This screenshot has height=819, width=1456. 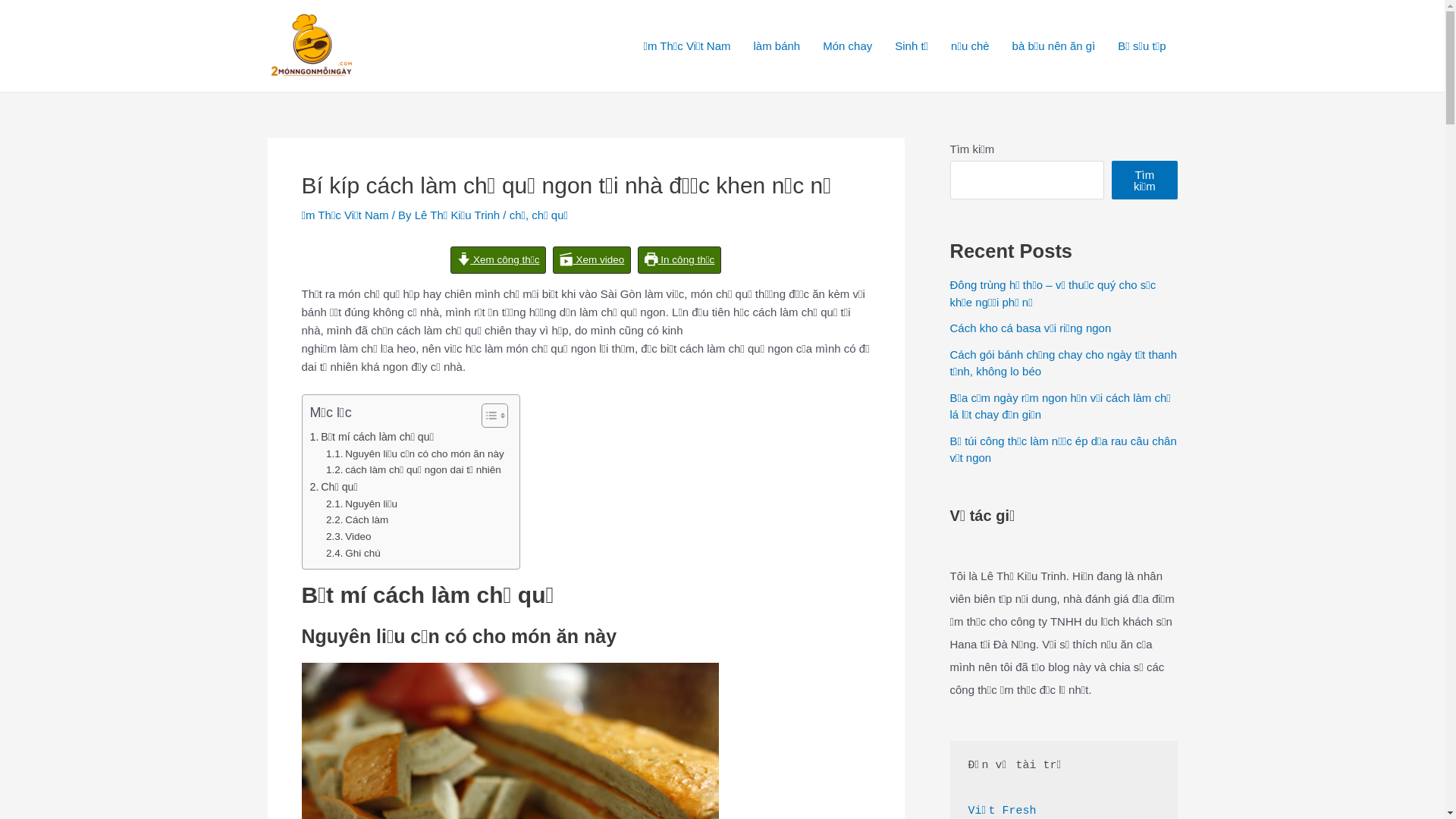 What do you see at coordinates (348, 536) in the screenshot?
I see `'Video'` at bounding box center [348, 536].